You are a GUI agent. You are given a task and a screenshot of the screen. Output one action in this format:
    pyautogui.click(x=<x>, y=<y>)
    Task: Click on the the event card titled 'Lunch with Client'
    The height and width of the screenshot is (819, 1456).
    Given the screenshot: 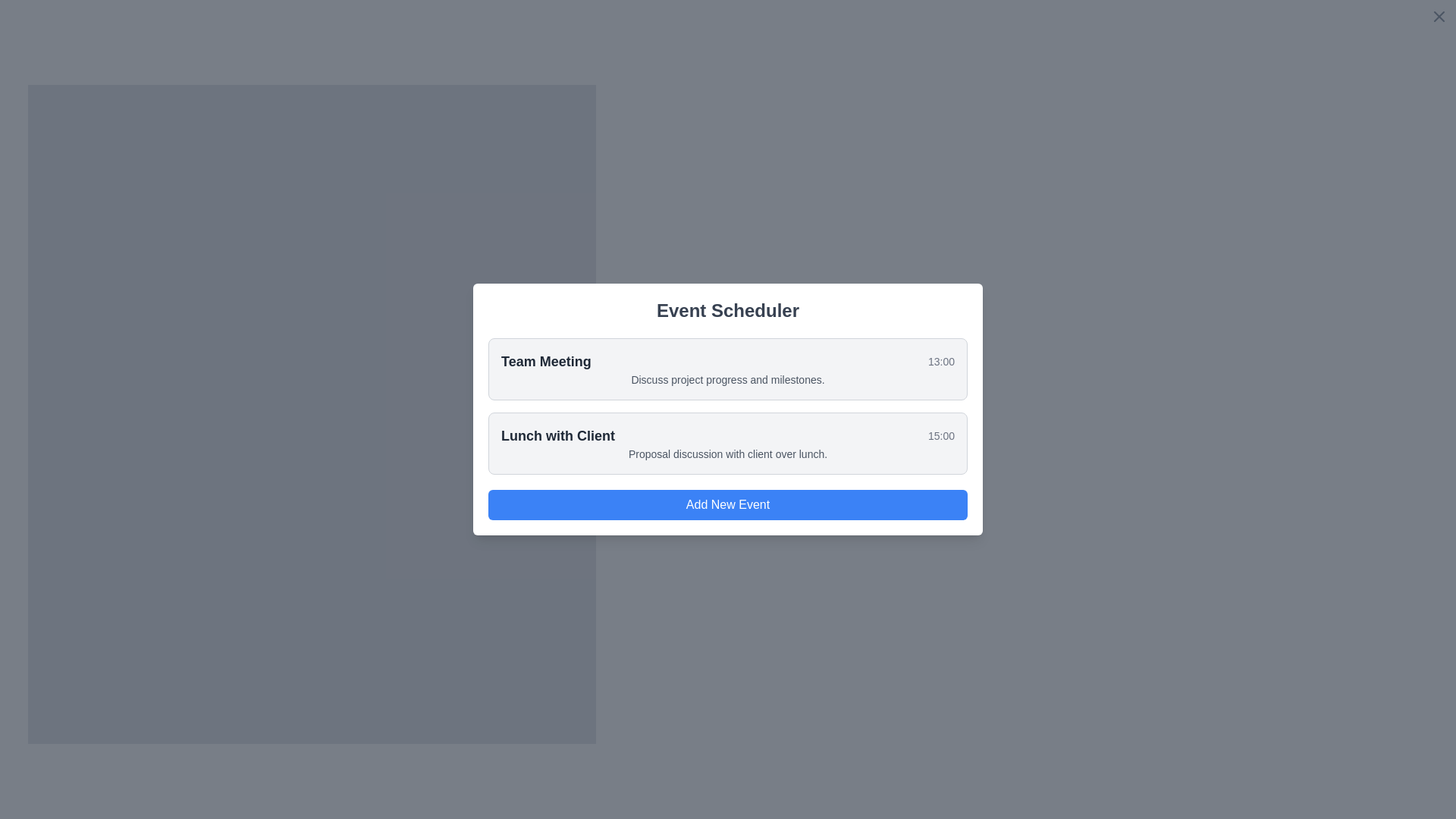 What is the action you would take?
    pyautogui.click(x=728, y=444)
    